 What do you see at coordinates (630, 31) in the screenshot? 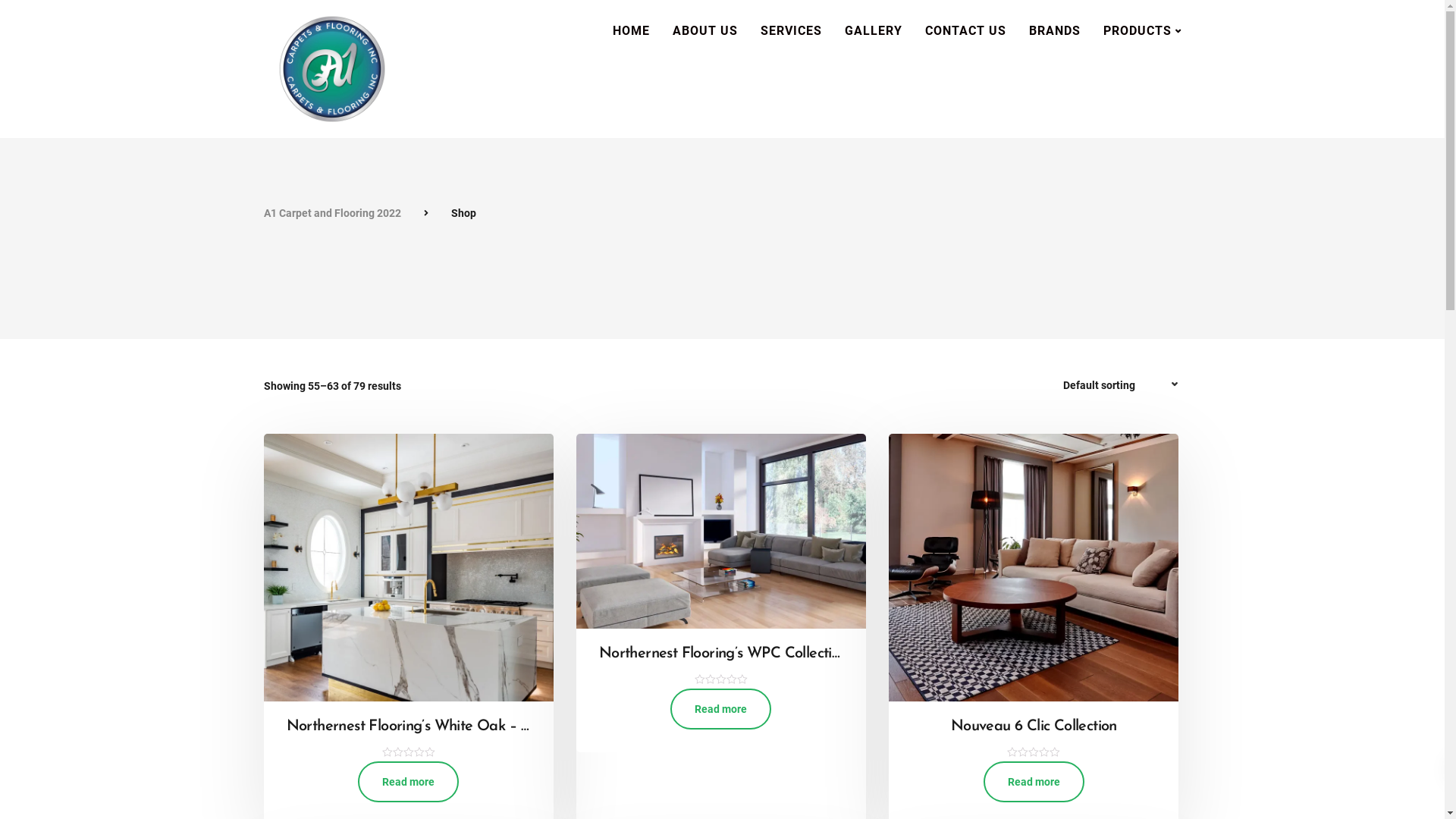
I see `'HOME'` at bounding box center [630, 31].